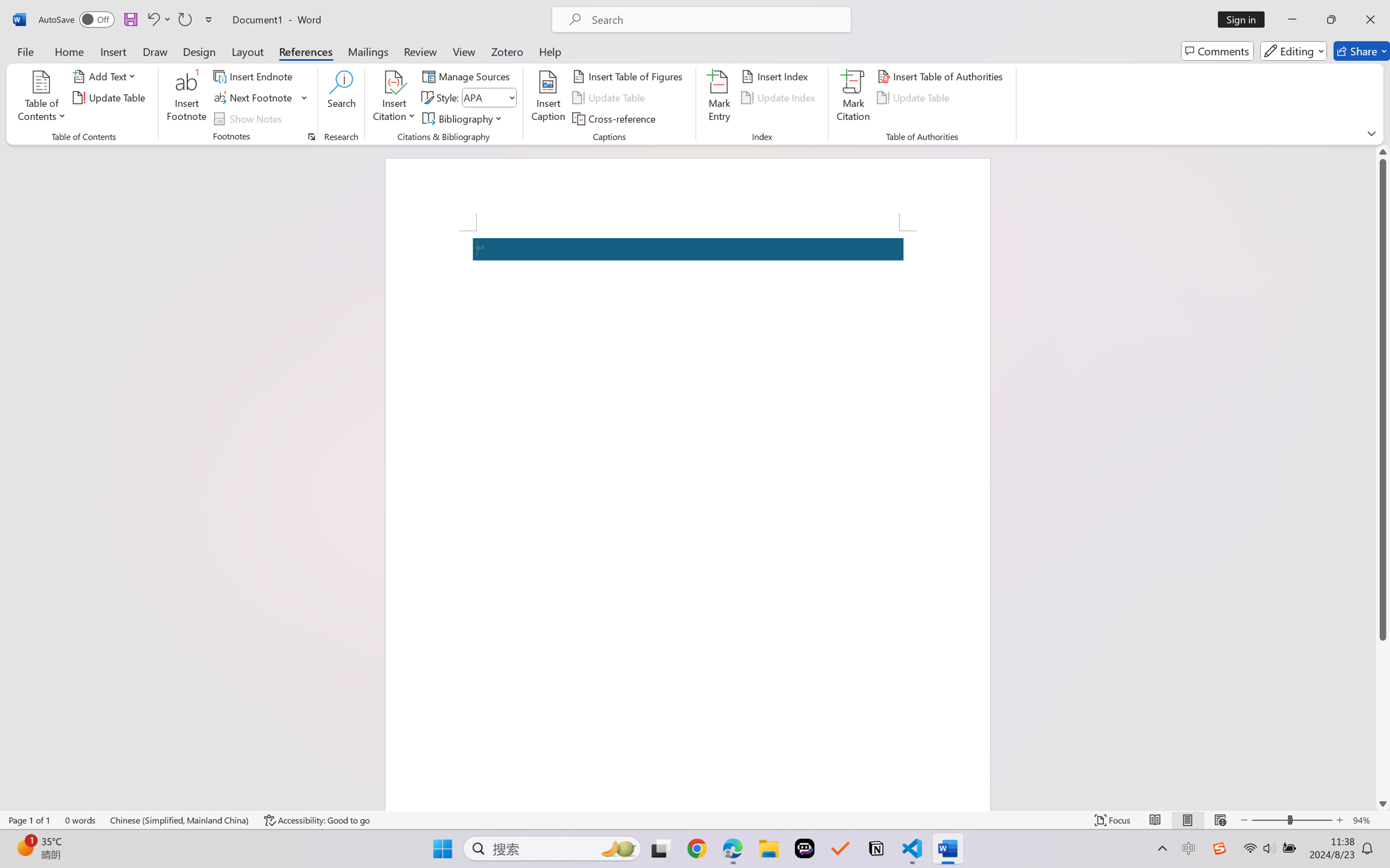 This screenshot has width=1390, height=868. What do you see at coordinates (184, 19) in the screenshot?
I see `'Repeat Accessibility Checker'` at bounding box center [184, 19].